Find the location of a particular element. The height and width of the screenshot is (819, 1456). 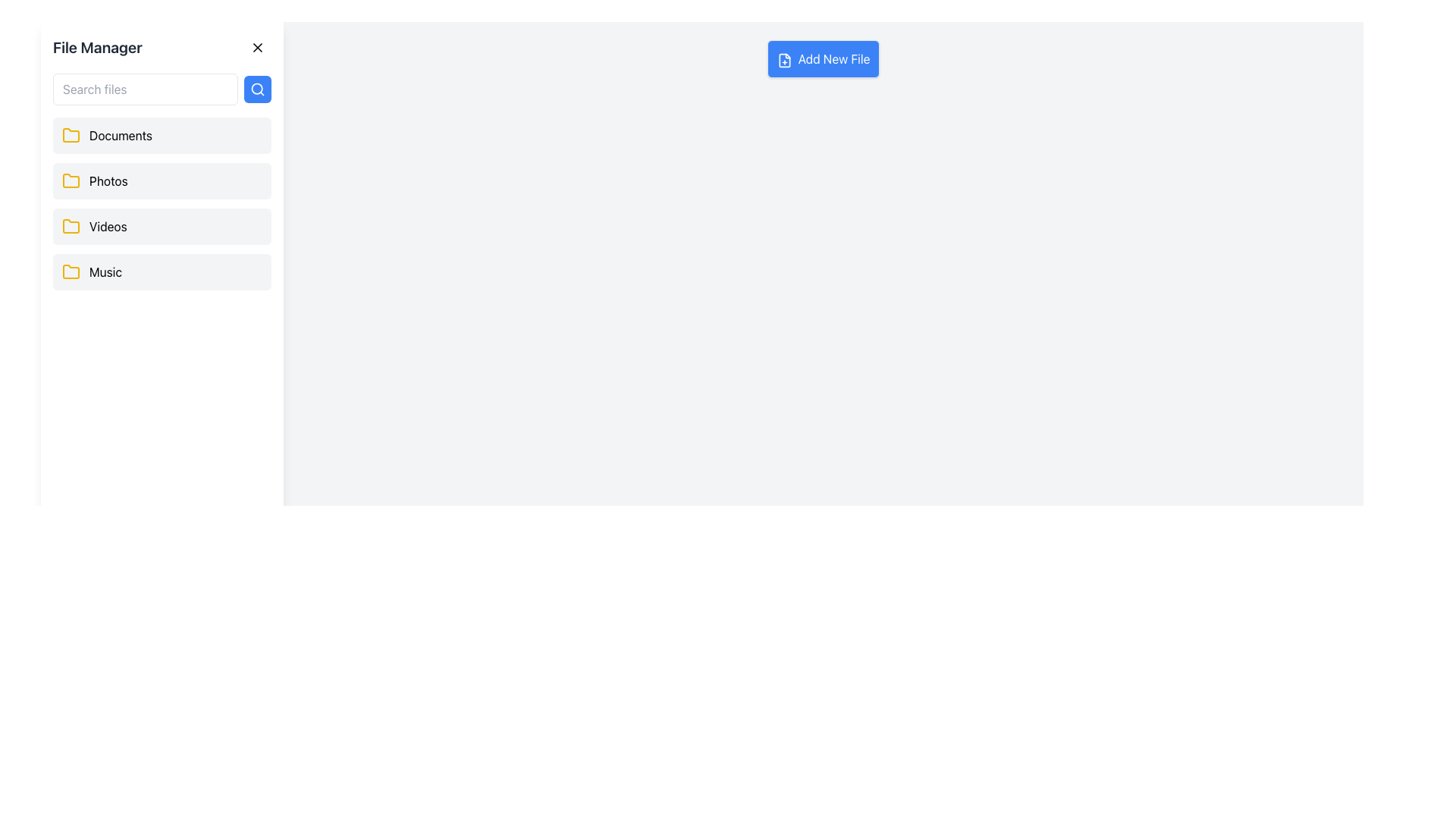

the 'Documents' folder icon located at the top-left of the vertical file navigation menu is located at coordinates (71, 134).